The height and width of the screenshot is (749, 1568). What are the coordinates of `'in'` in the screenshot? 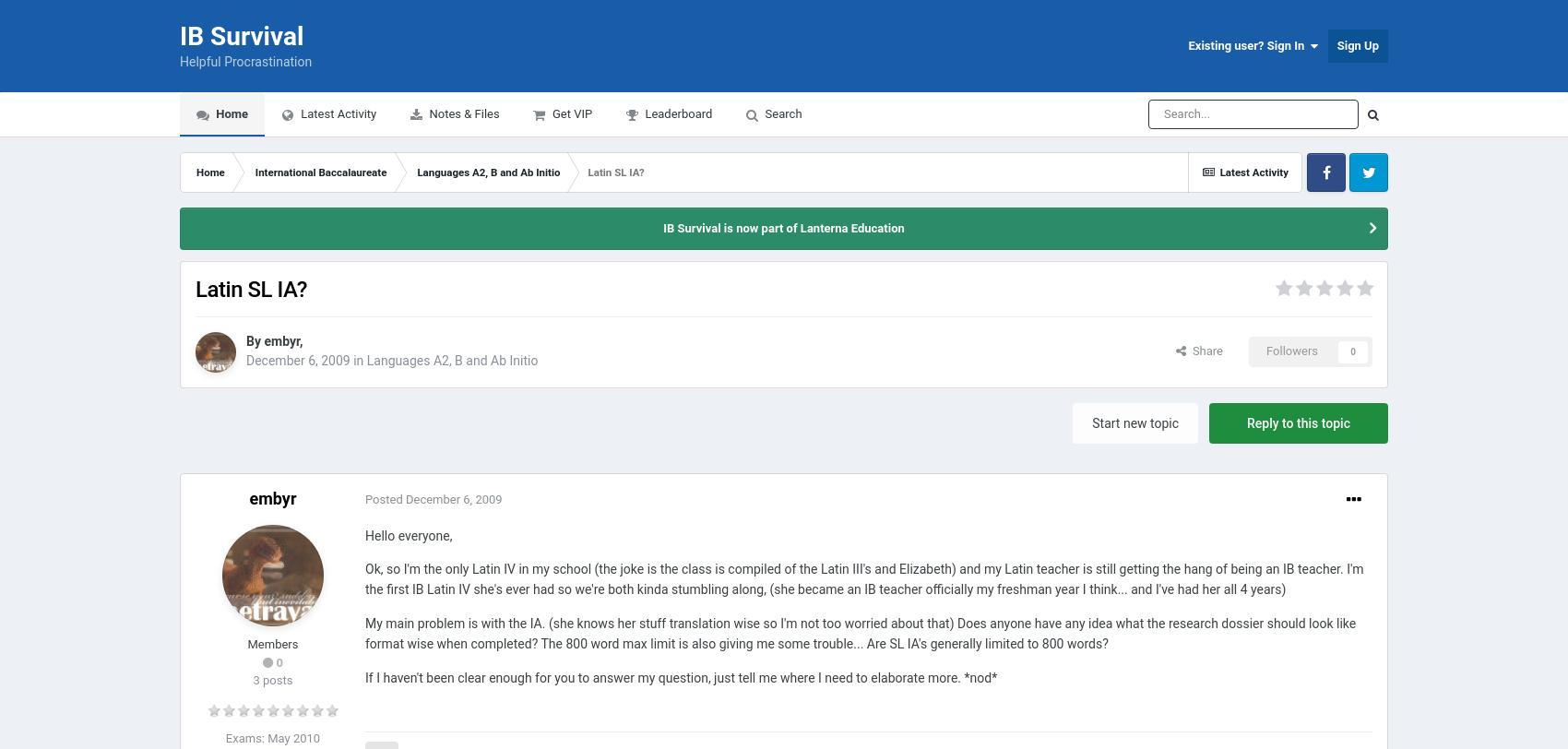 It's located at (356, 360).